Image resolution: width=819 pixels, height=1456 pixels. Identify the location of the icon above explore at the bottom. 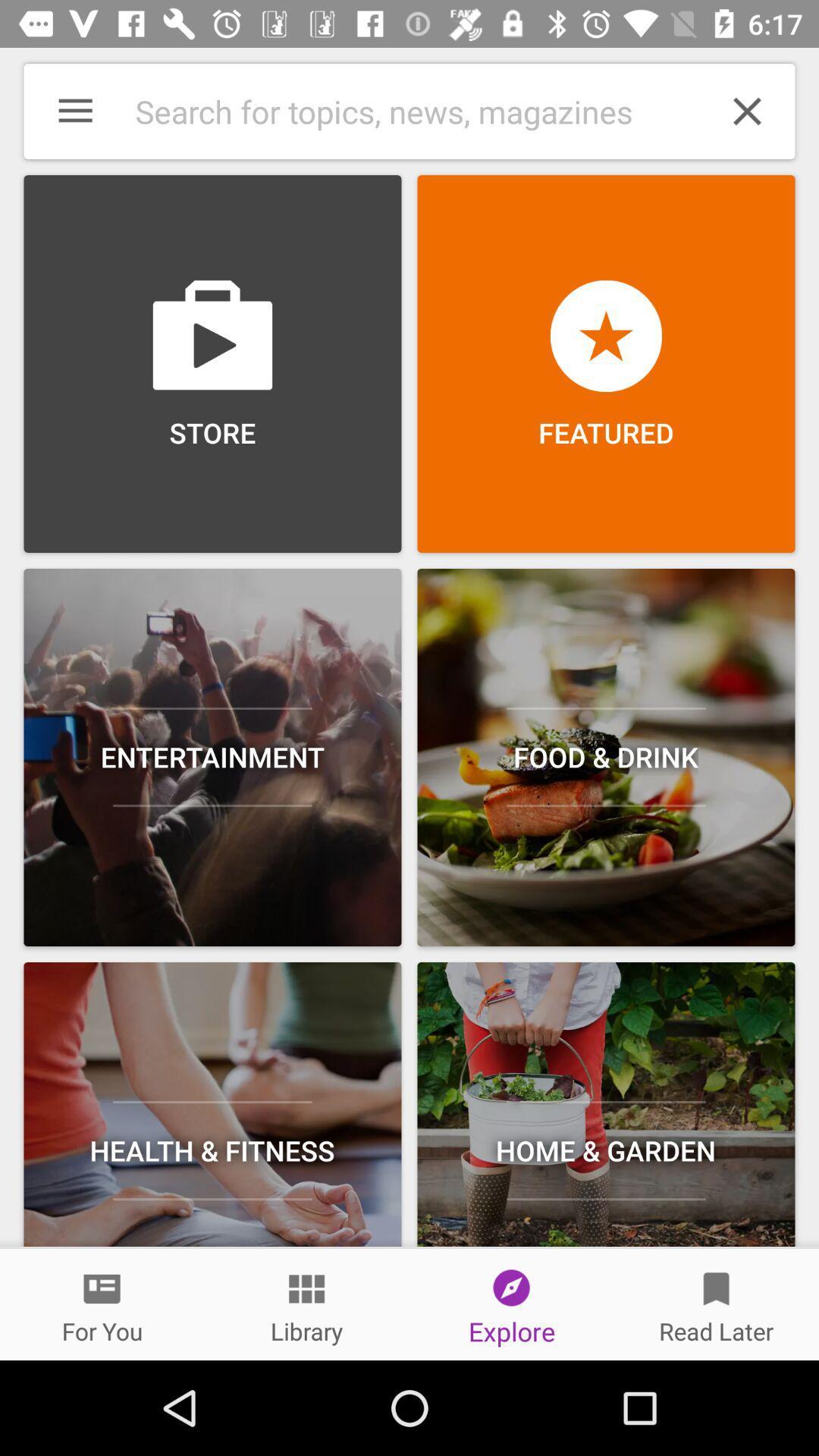
(512, 1287).